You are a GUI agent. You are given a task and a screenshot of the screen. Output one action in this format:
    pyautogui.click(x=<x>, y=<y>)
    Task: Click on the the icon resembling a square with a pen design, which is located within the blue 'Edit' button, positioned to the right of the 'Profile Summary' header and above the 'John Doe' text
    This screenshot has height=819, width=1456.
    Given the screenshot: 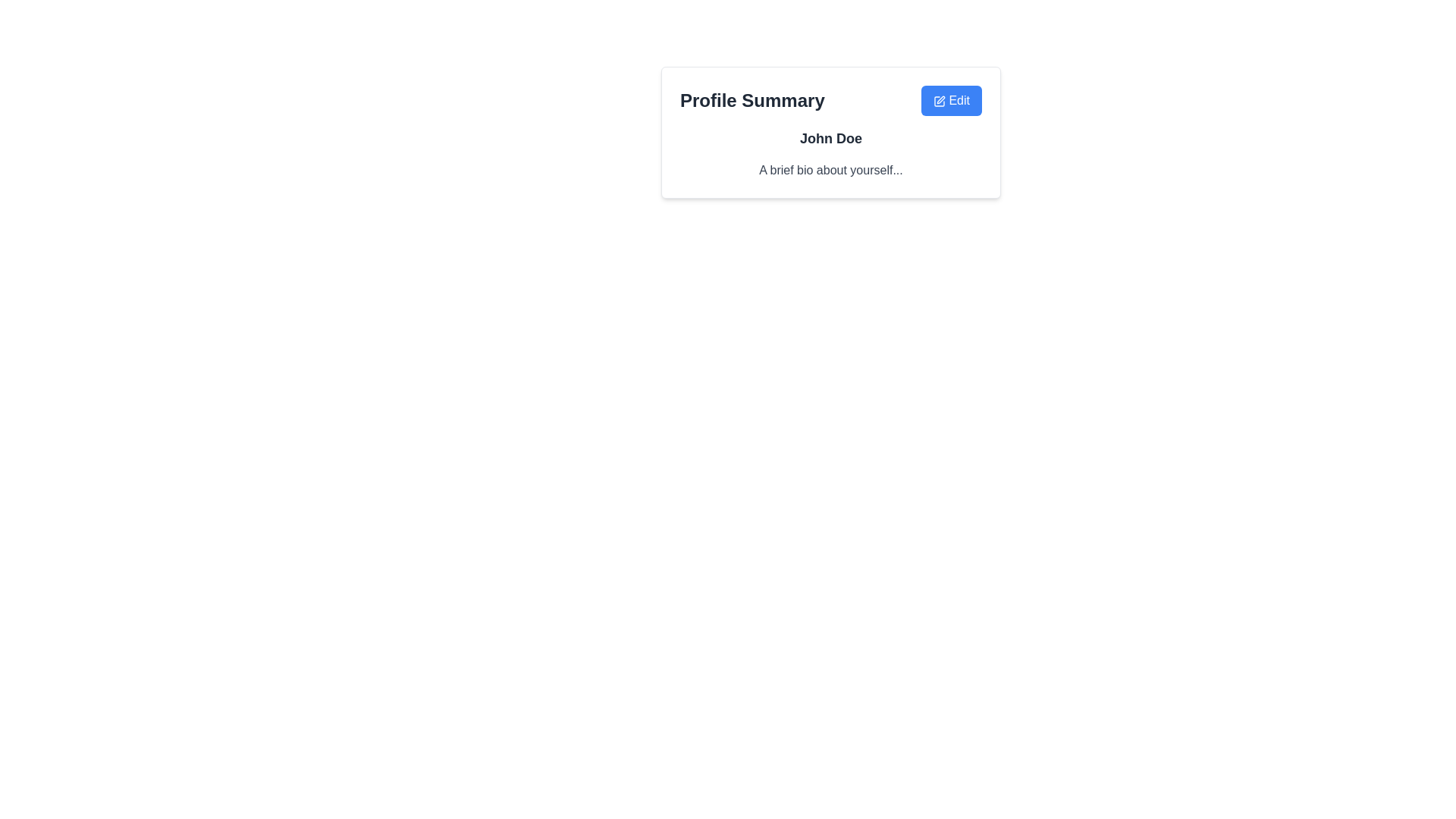 What is the action you would take?
    pyautogui.click(x=938, y=101)
    